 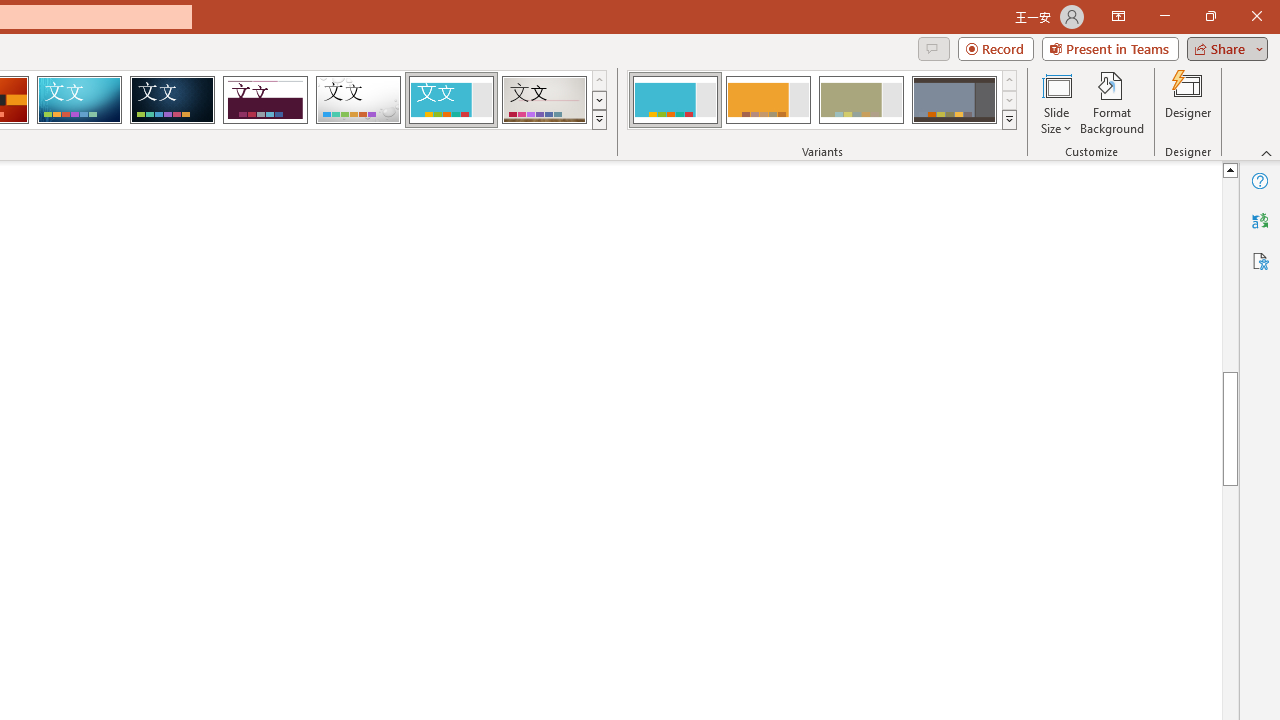 What do you see at coordinates (1111, 103) in the screenshot?
I see `'Format Background'` at bounding box center [1111, 103].